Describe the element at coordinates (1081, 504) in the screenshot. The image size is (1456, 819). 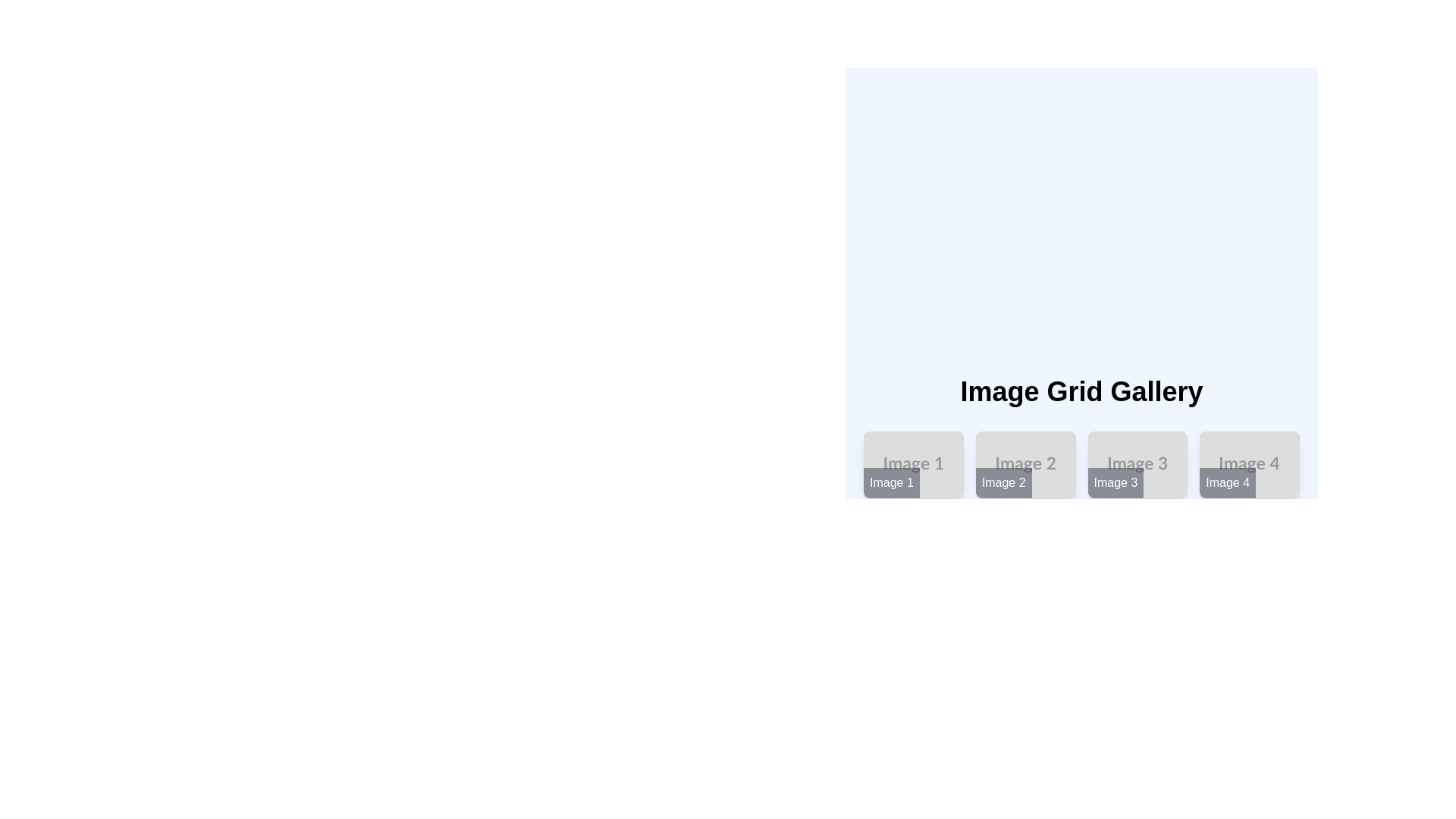
I see `one of the image tiles in the Image Grid Gallery` at that location.